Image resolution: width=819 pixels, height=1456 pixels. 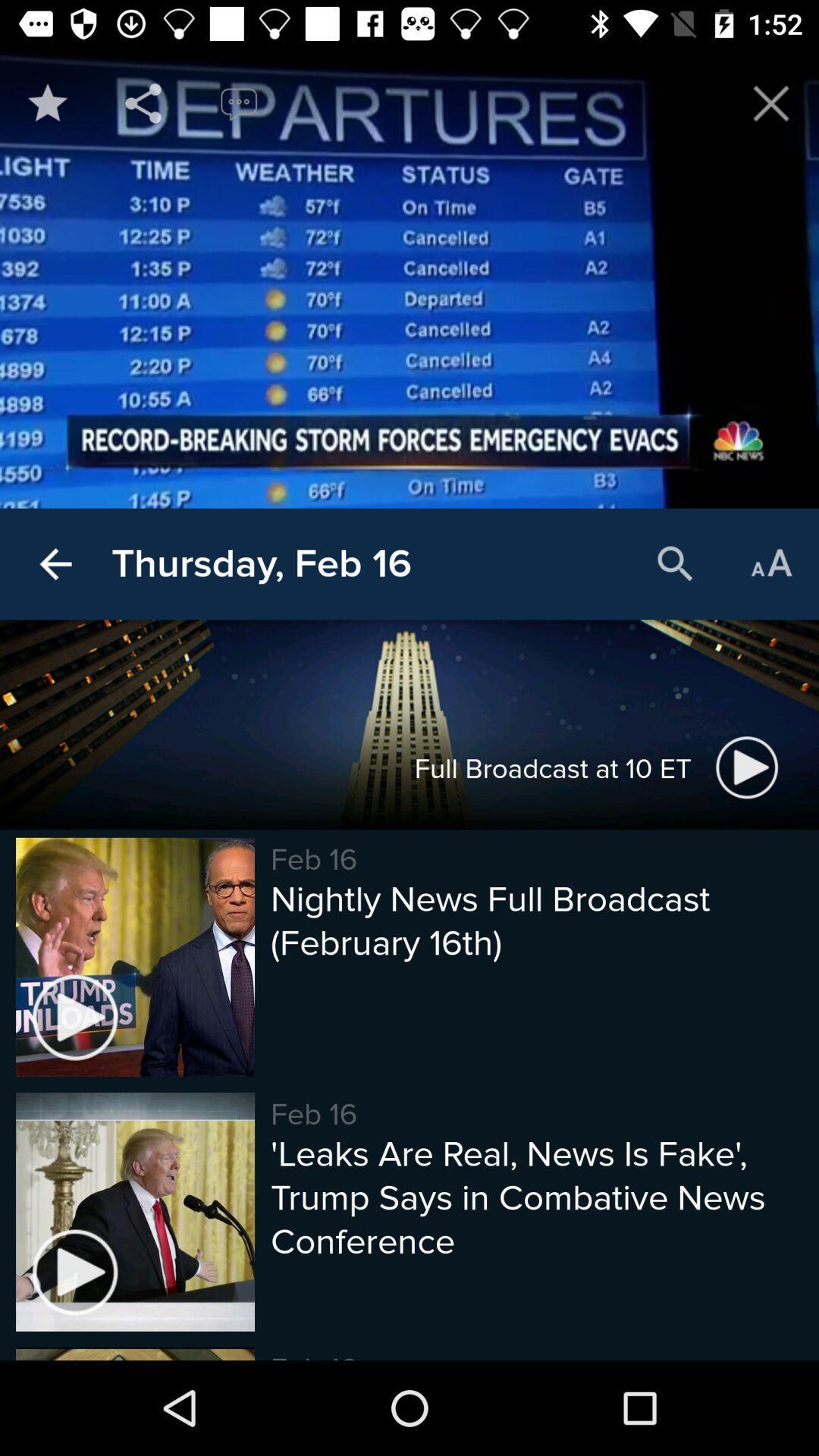 I want to click on the first play button on the web page, so click(x=747, y=767).